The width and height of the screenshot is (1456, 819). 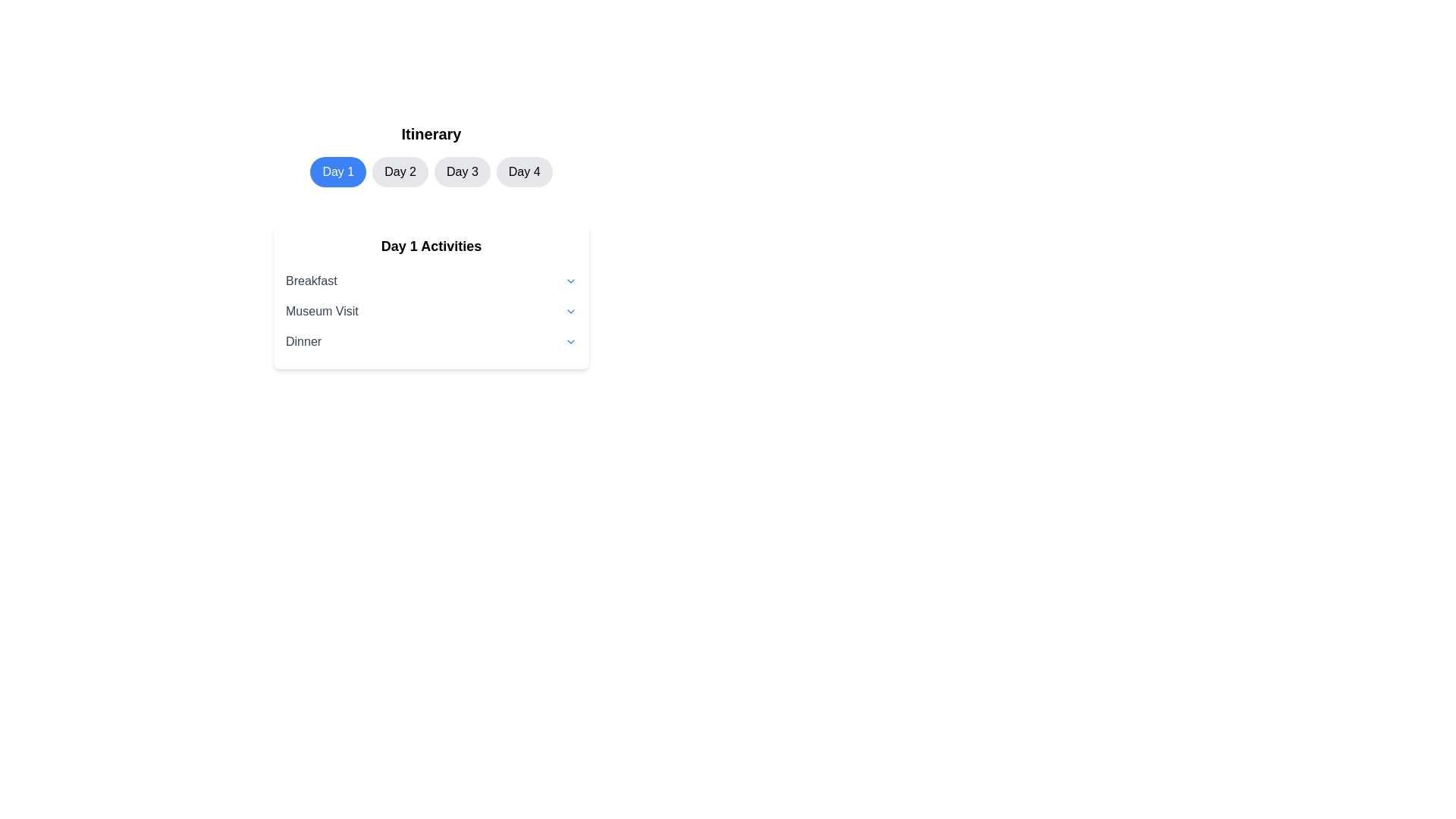 I want to click on the second static text label displaying the name of an activity in the 'Day 1 Activities' section, which is located below 'Breakfast' and above 'Dinner', so click(x=321, y=311).